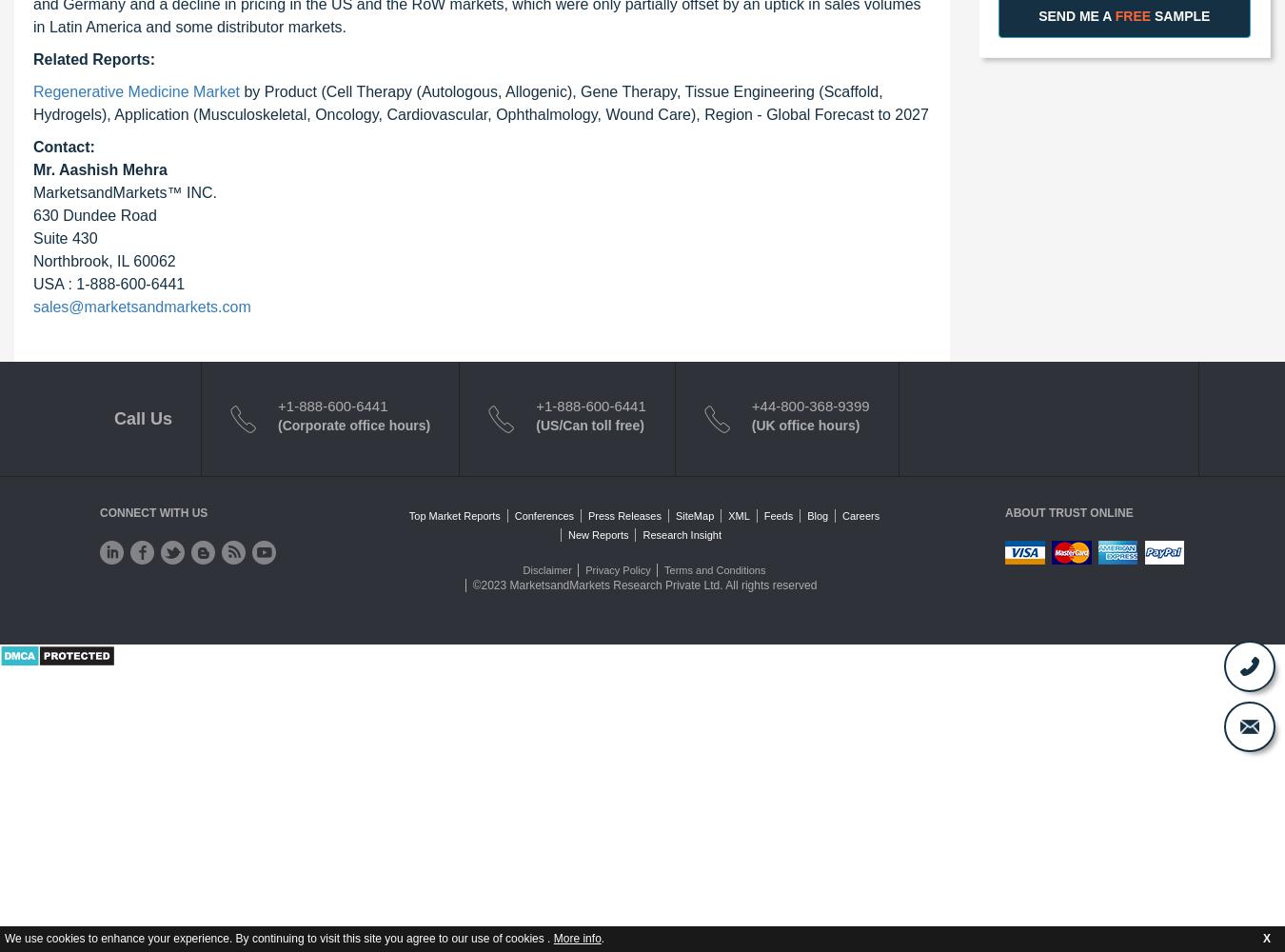 This screenshot has width=1285, height=952. I want to click on 'SiteMap', so click(693, 515).